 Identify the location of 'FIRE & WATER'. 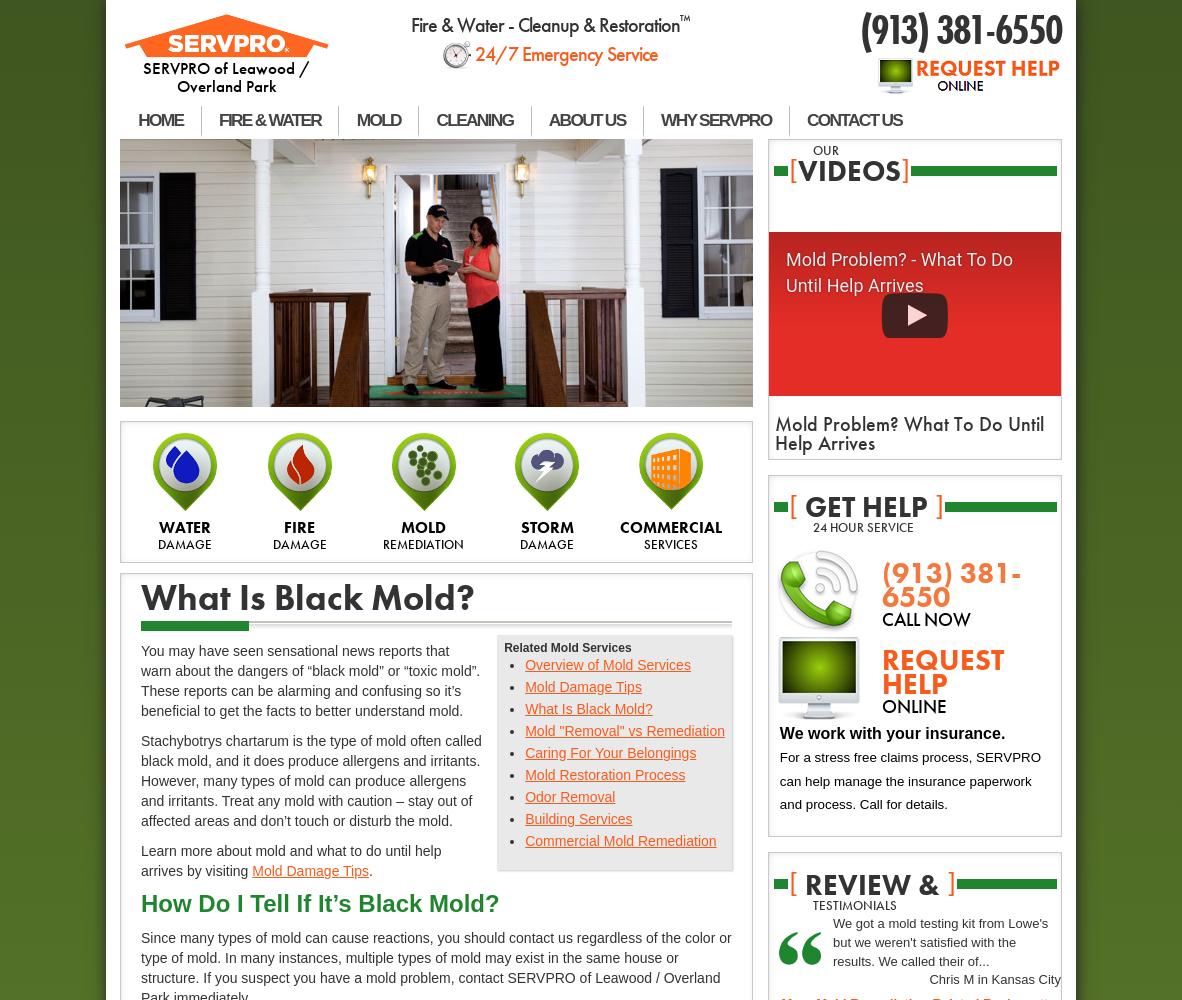
(268, 119).